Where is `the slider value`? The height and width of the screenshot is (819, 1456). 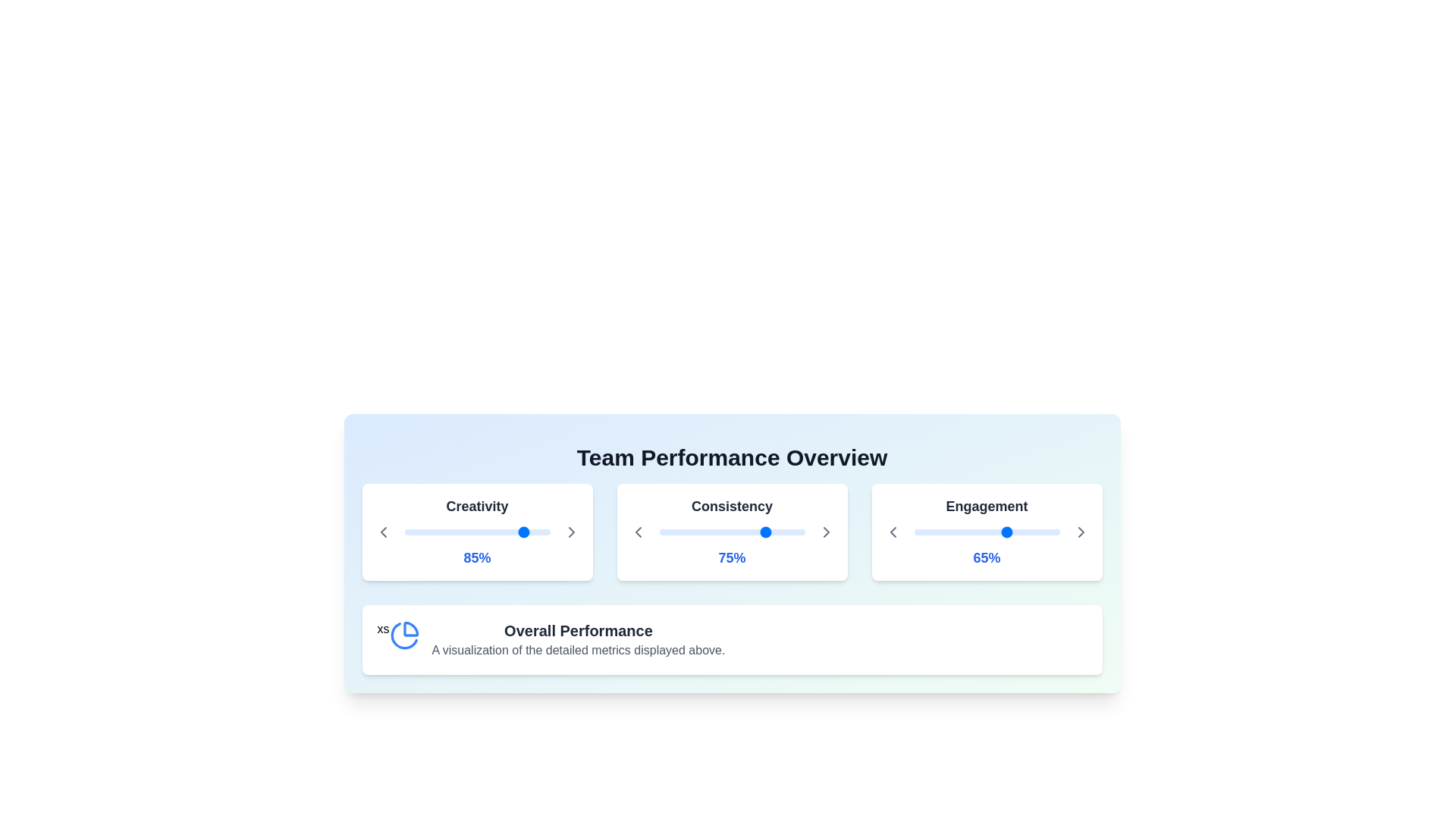 the slider value is located at coordinates (794, 532).